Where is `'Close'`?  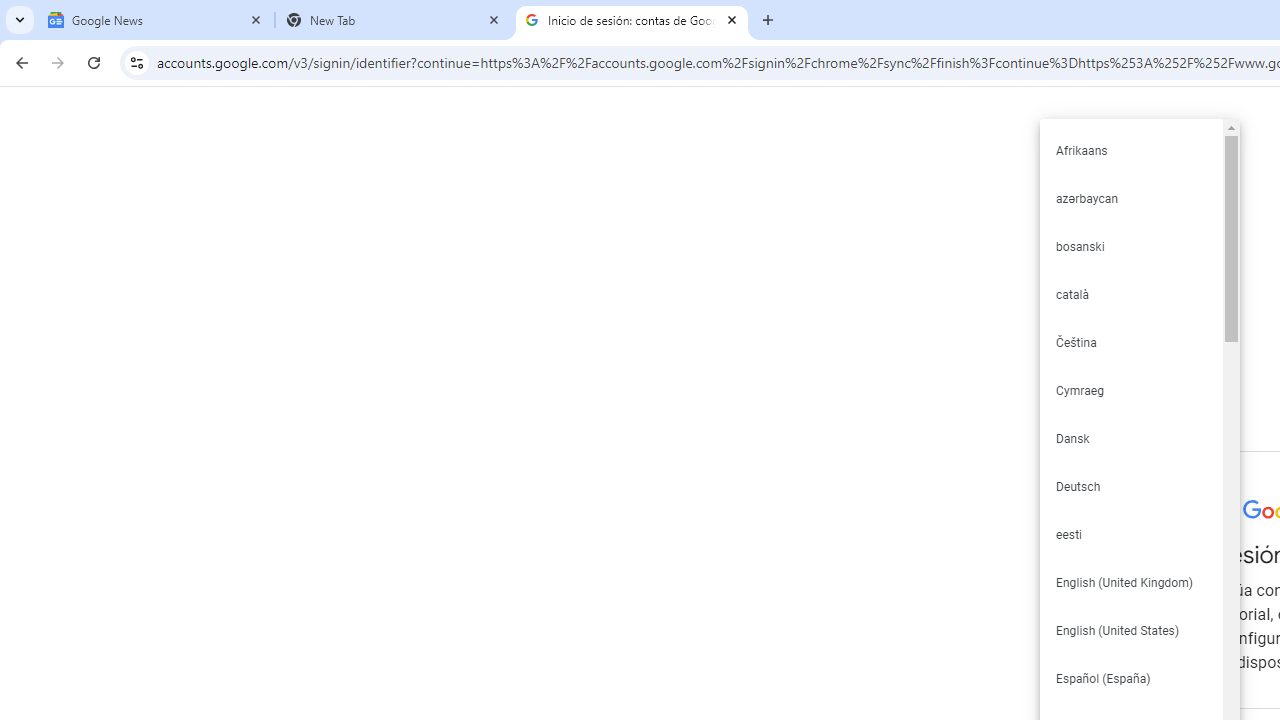
'Close' is located at coordinates (731, 19).